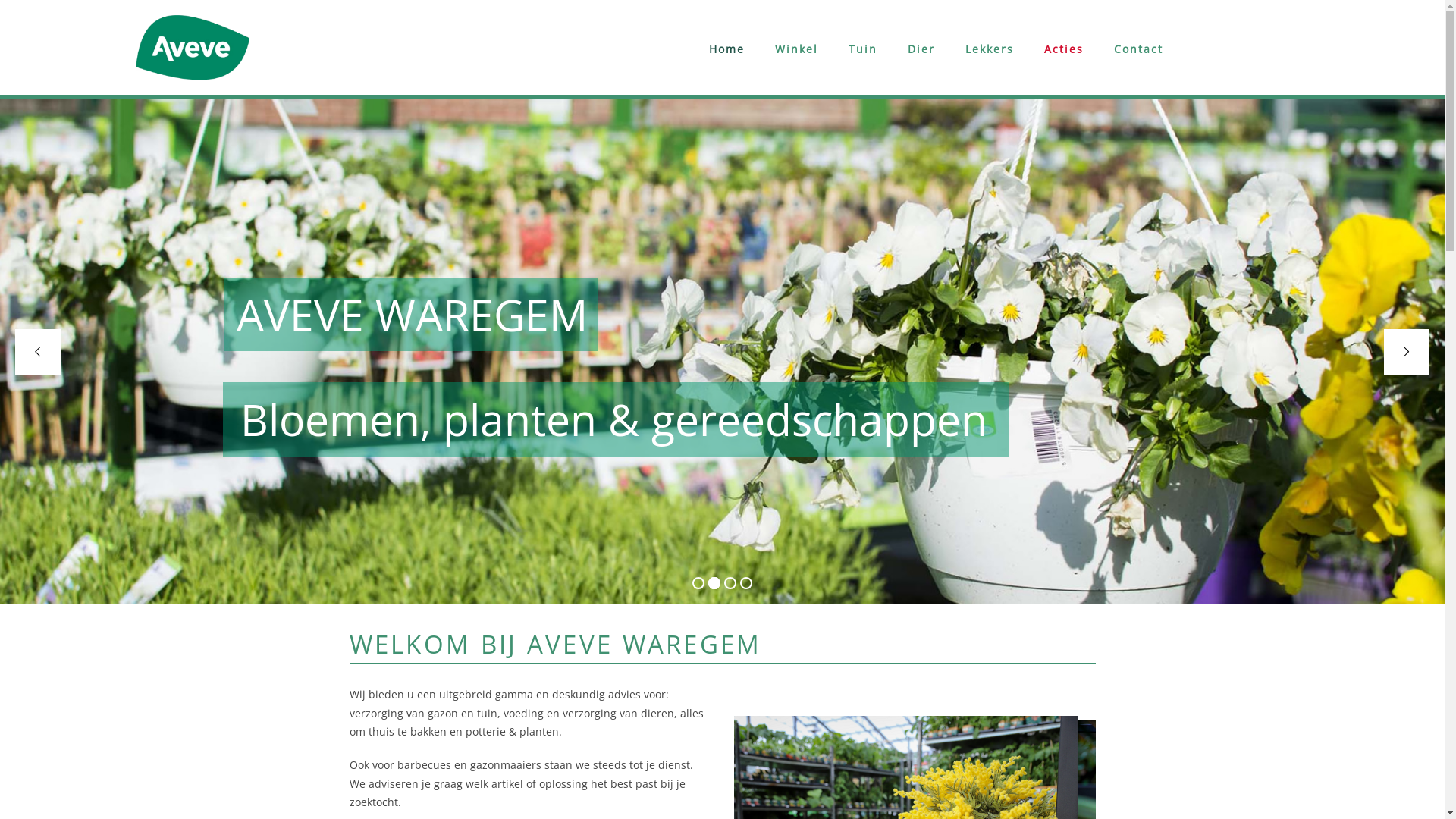  What do you see at coordinates (726, 49) in the screenshot?
I see `'Home'` at bounding box center [726, 49].